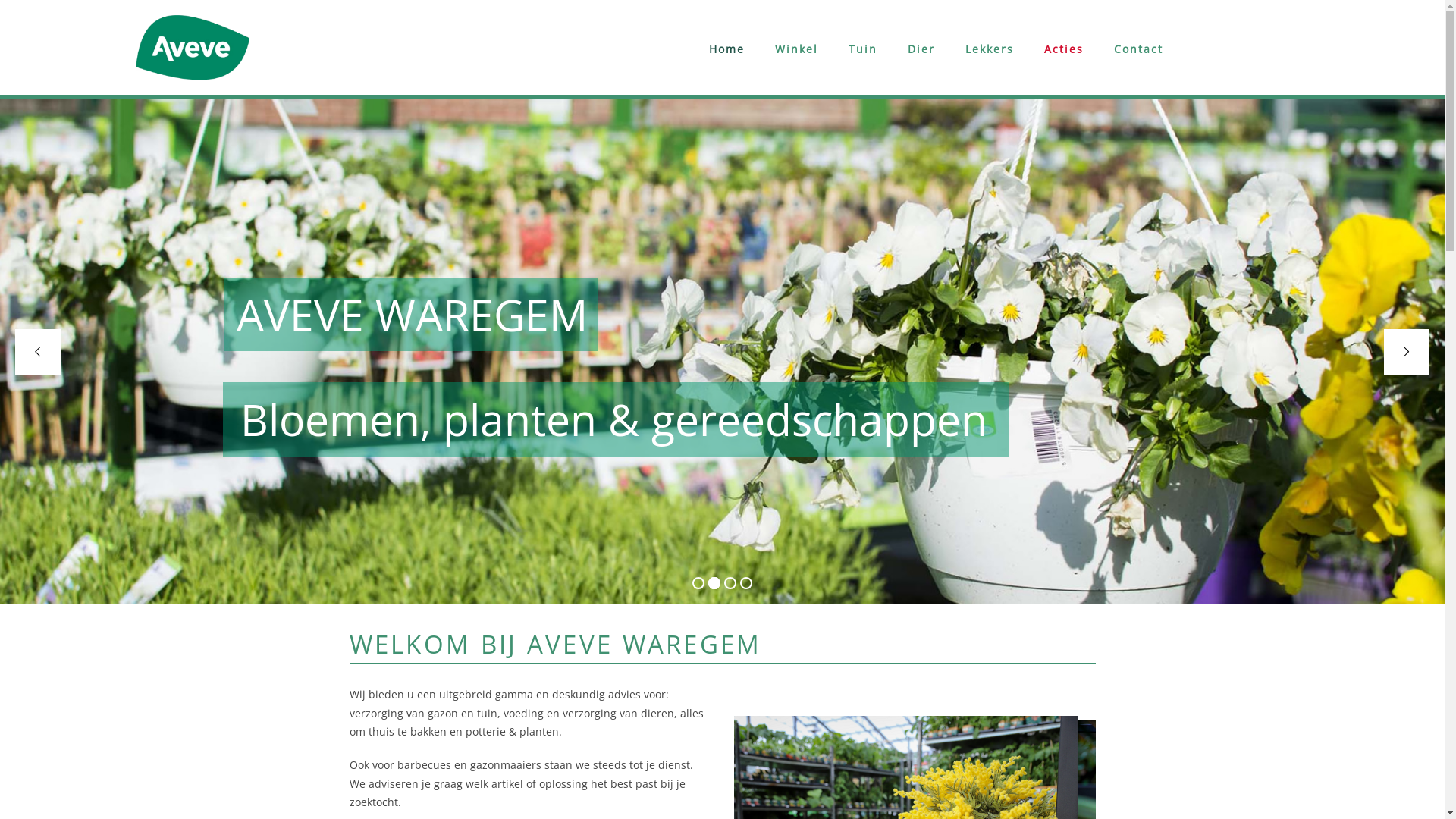  What do you see at coordinates (726, 49) in the screenshot?
I see `'Home'` at bounding box center [726, 49].